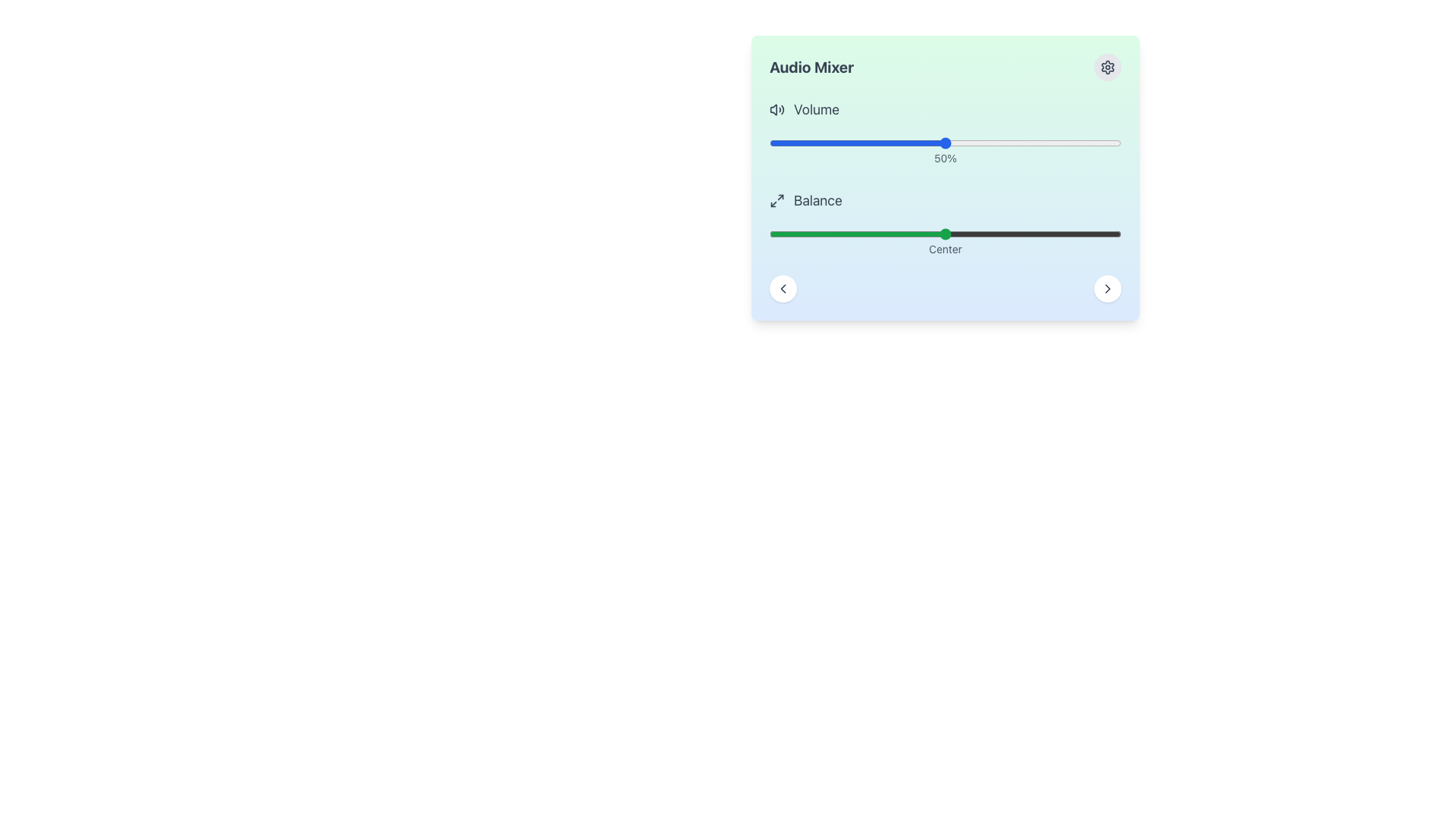 The height and width of the screenshot is (819, 1456). I want to click on the Text Label displaying '50%' in grey font, located below the 'Volume' slider bar in the 'Audio Mixer' interface, so click(945, 158).